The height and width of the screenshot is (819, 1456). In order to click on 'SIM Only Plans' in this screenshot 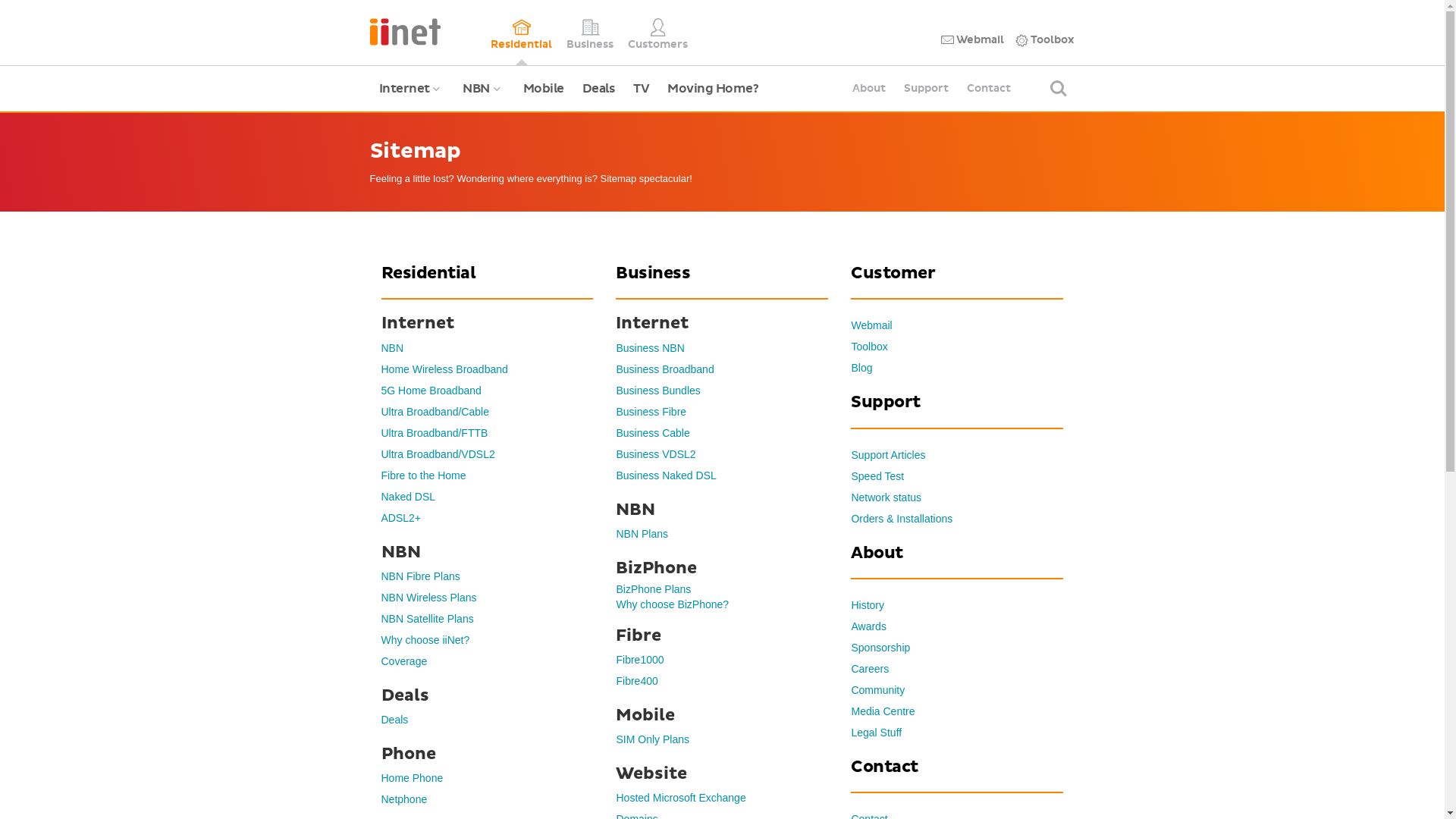, I will do `click(651, 739)`.